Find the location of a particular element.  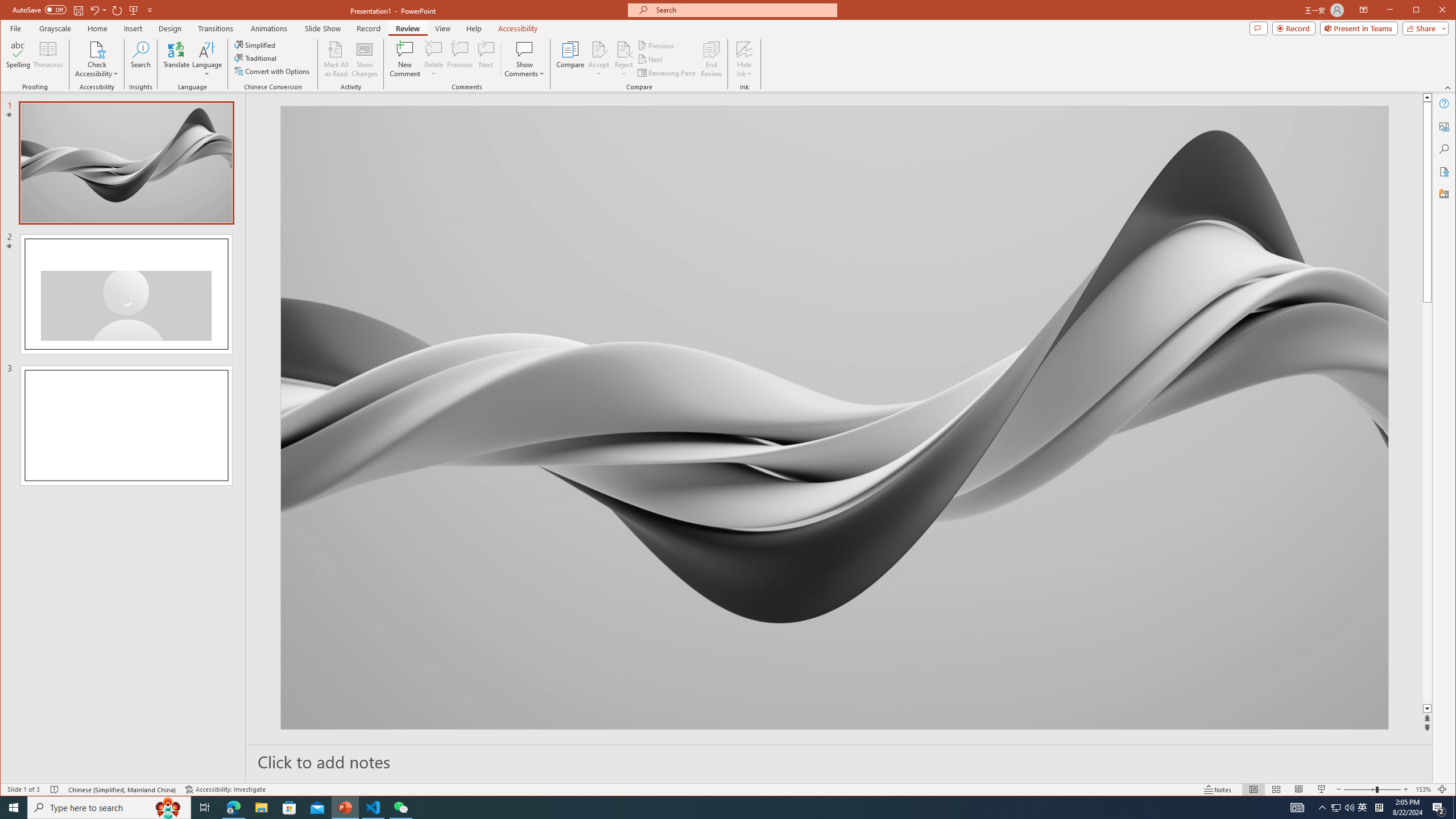

'Accept Change' is located at coordinates (598, 48).